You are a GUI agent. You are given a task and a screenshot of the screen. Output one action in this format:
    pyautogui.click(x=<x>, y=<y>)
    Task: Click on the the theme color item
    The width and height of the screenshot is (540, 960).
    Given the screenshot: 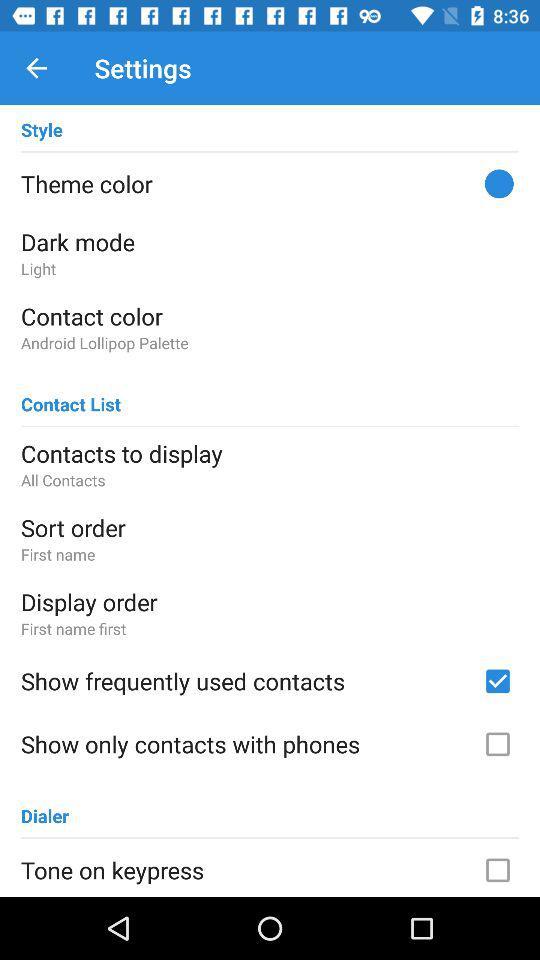 What is the action you would take?
    pyautogui.click(x=270, y=183)
    